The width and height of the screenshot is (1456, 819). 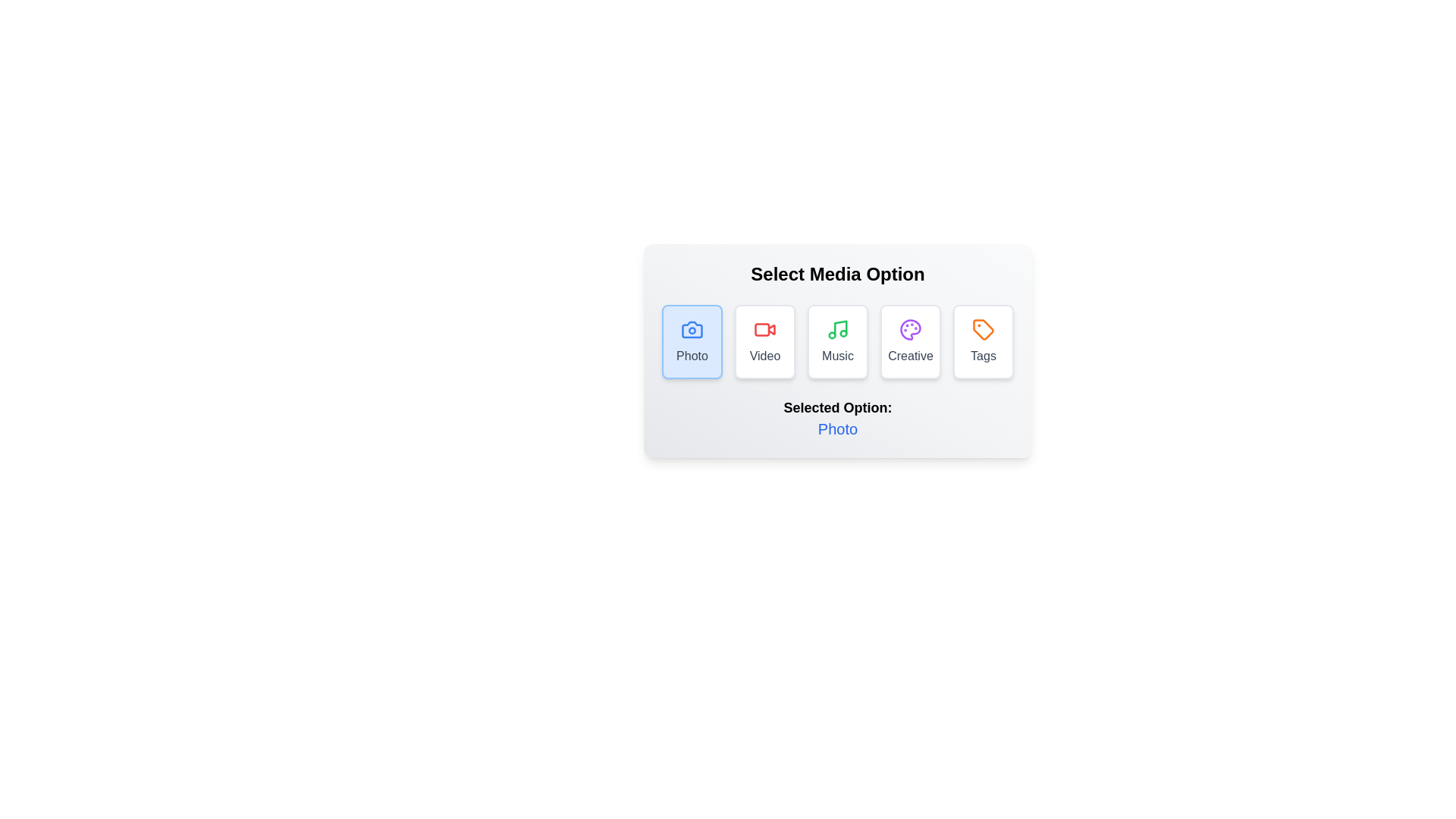 I want to click on the media option Creative by clicking on its corresponding button, so click(x=910, y=342).